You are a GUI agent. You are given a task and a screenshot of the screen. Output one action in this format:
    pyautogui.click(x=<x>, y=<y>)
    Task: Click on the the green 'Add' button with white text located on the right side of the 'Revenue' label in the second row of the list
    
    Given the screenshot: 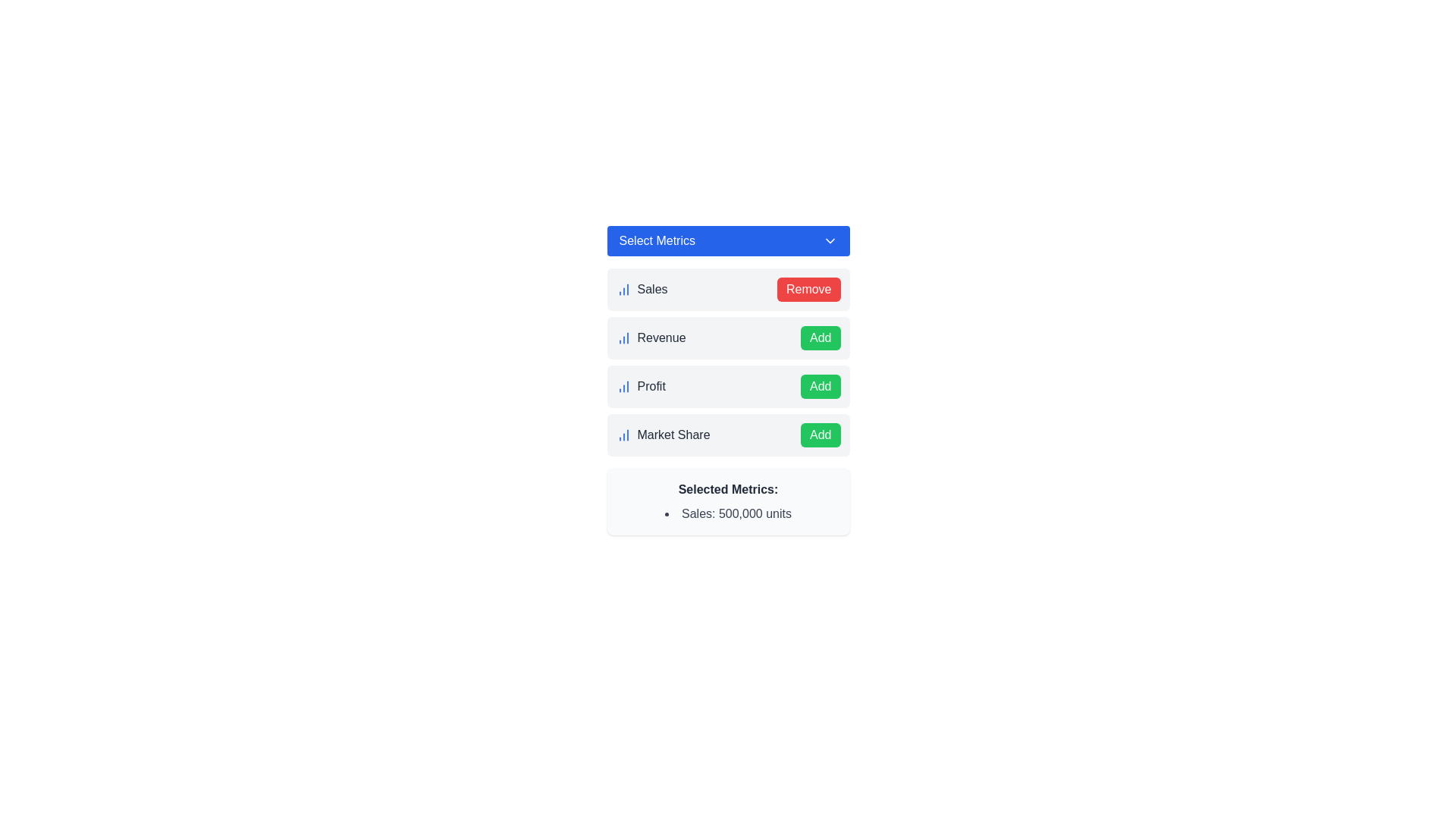 What is the action you would take?
    pyautogui.click(x=820, y=337)
    